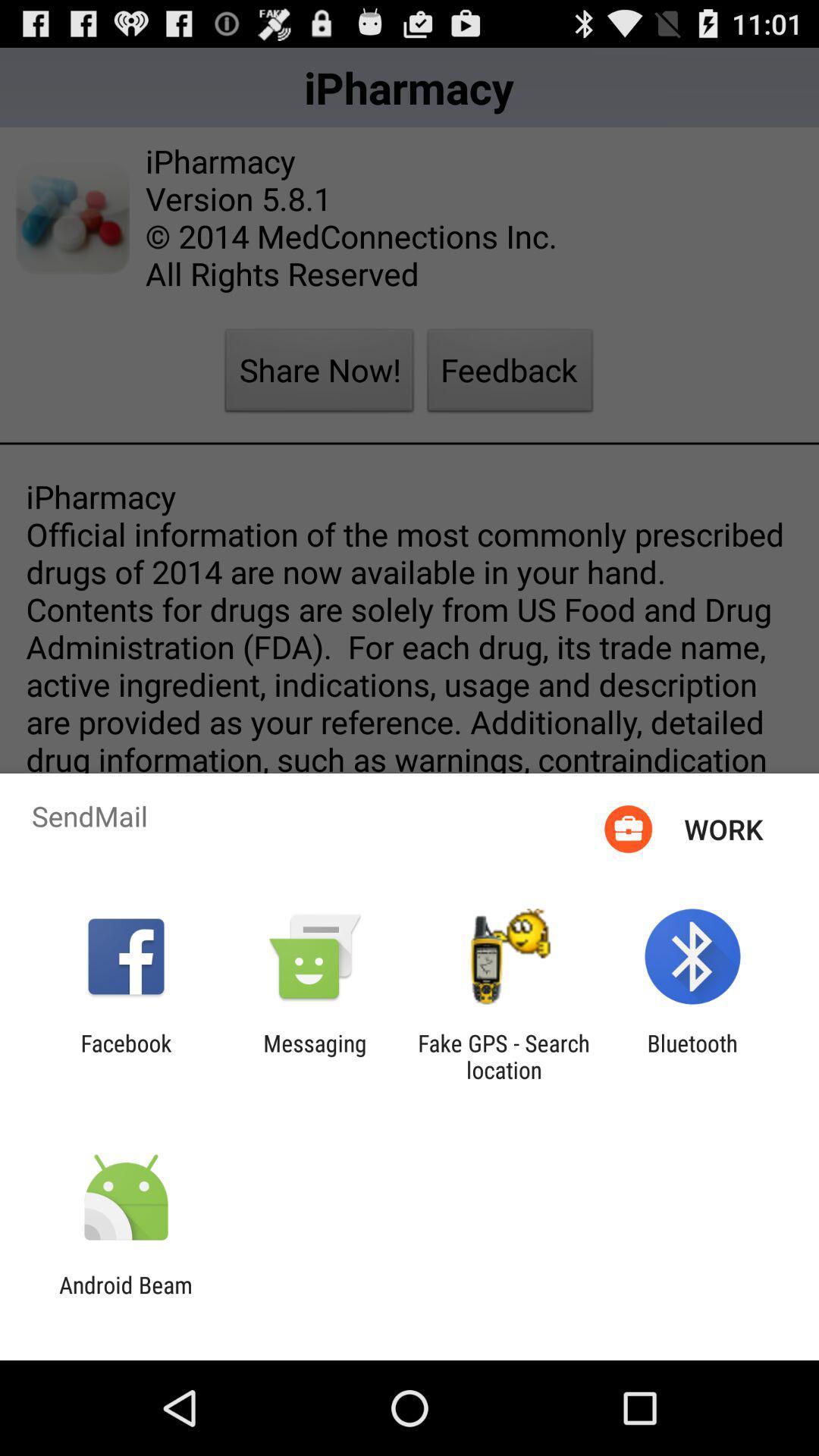 The width and height of the screenshot is (819, 1456). What do you see at coordinates (692, 1056) in the screenshot?
I see `the bluetooth at the bottom right corner` at bounding box center [692, 1056].